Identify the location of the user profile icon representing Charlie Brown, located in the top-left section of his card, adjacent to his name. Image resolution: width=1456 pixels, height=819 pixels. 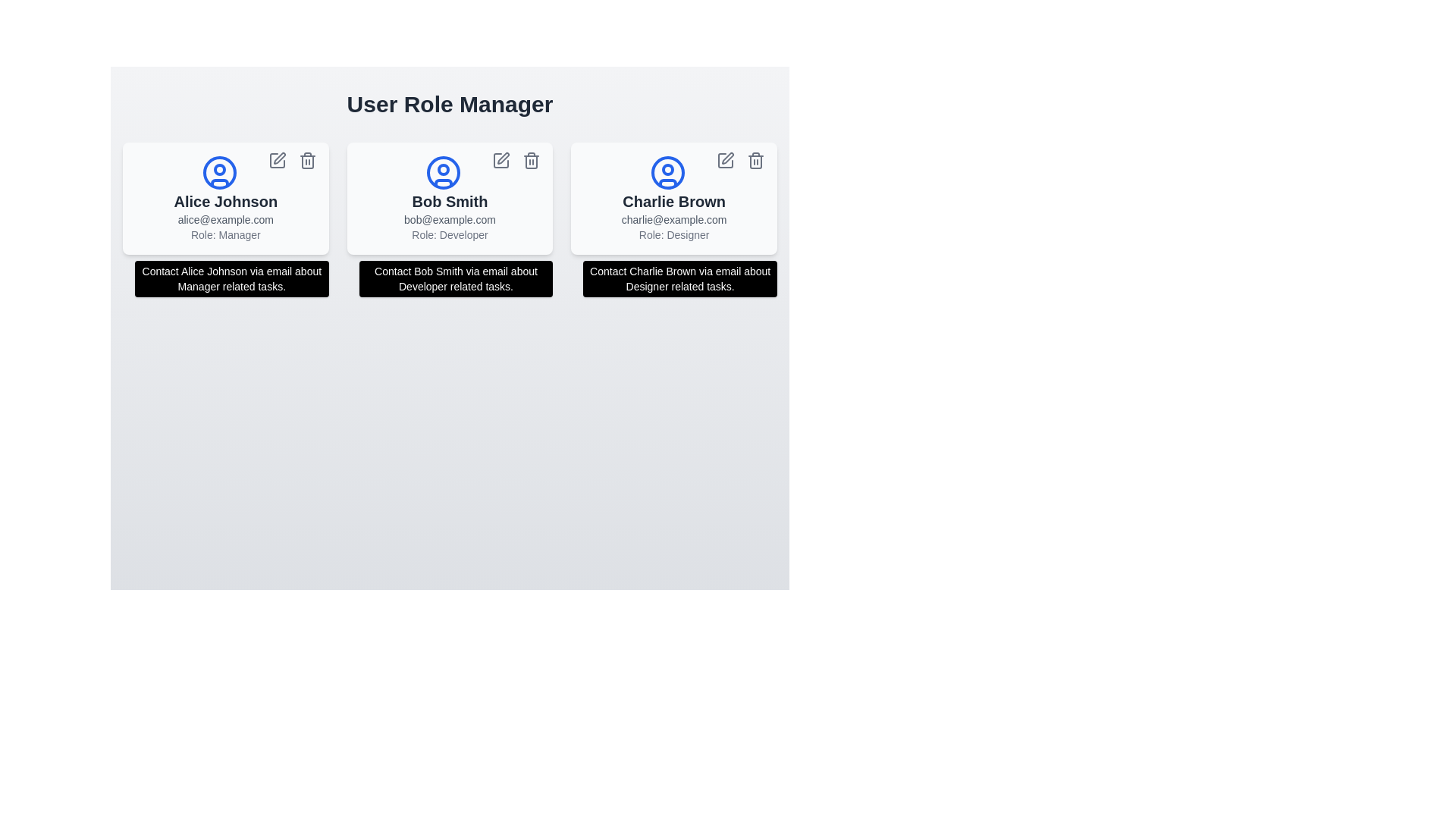
(667, 171).